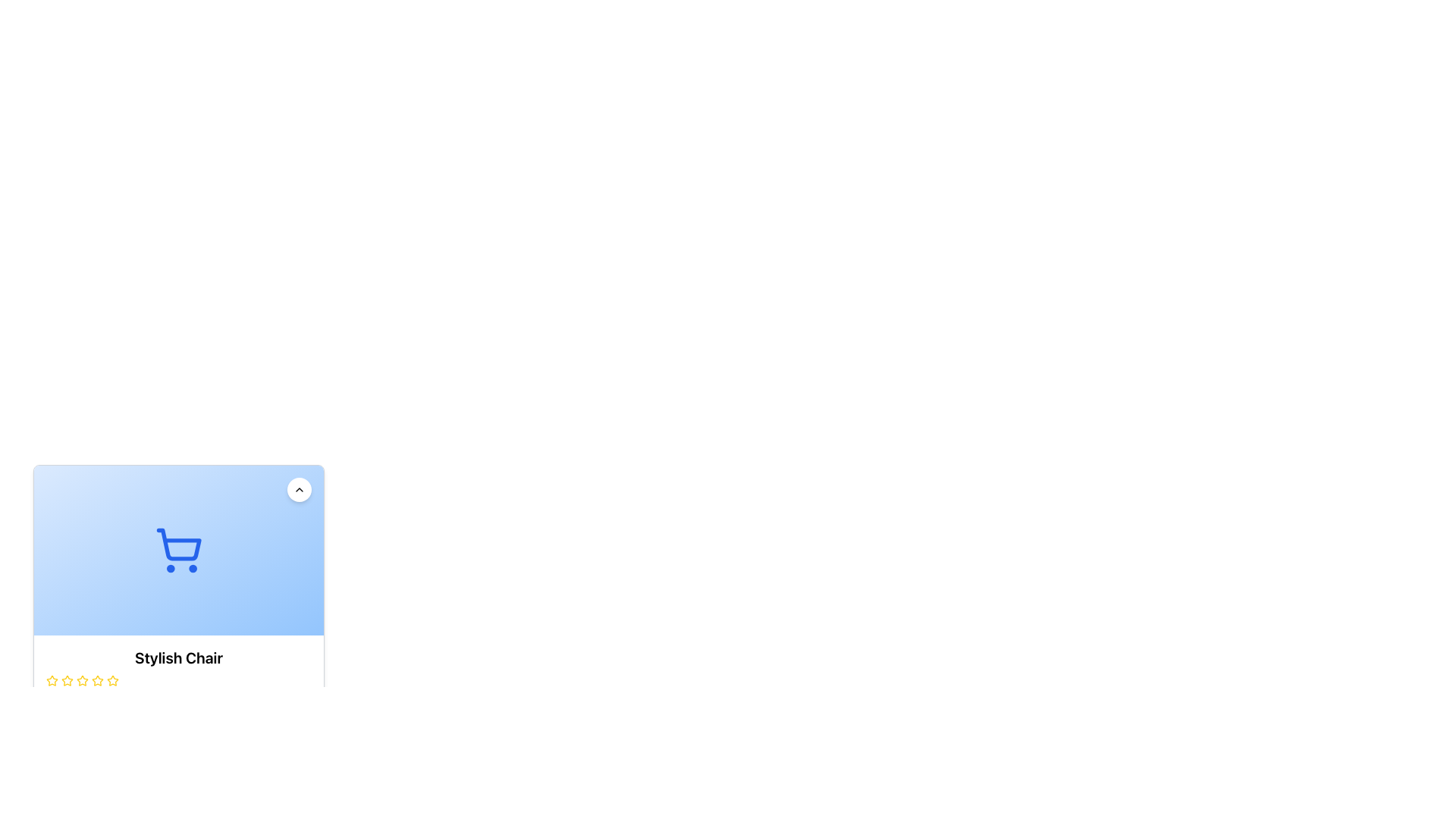 The image size is (1456, 819). What do you see at coordinates (67, 679) in the screenshot?
I see `the non-interactive decorative star icon representing a rating system located beneath the text 'Stylish Chair' in the card component` at bounding box center [67, 679].